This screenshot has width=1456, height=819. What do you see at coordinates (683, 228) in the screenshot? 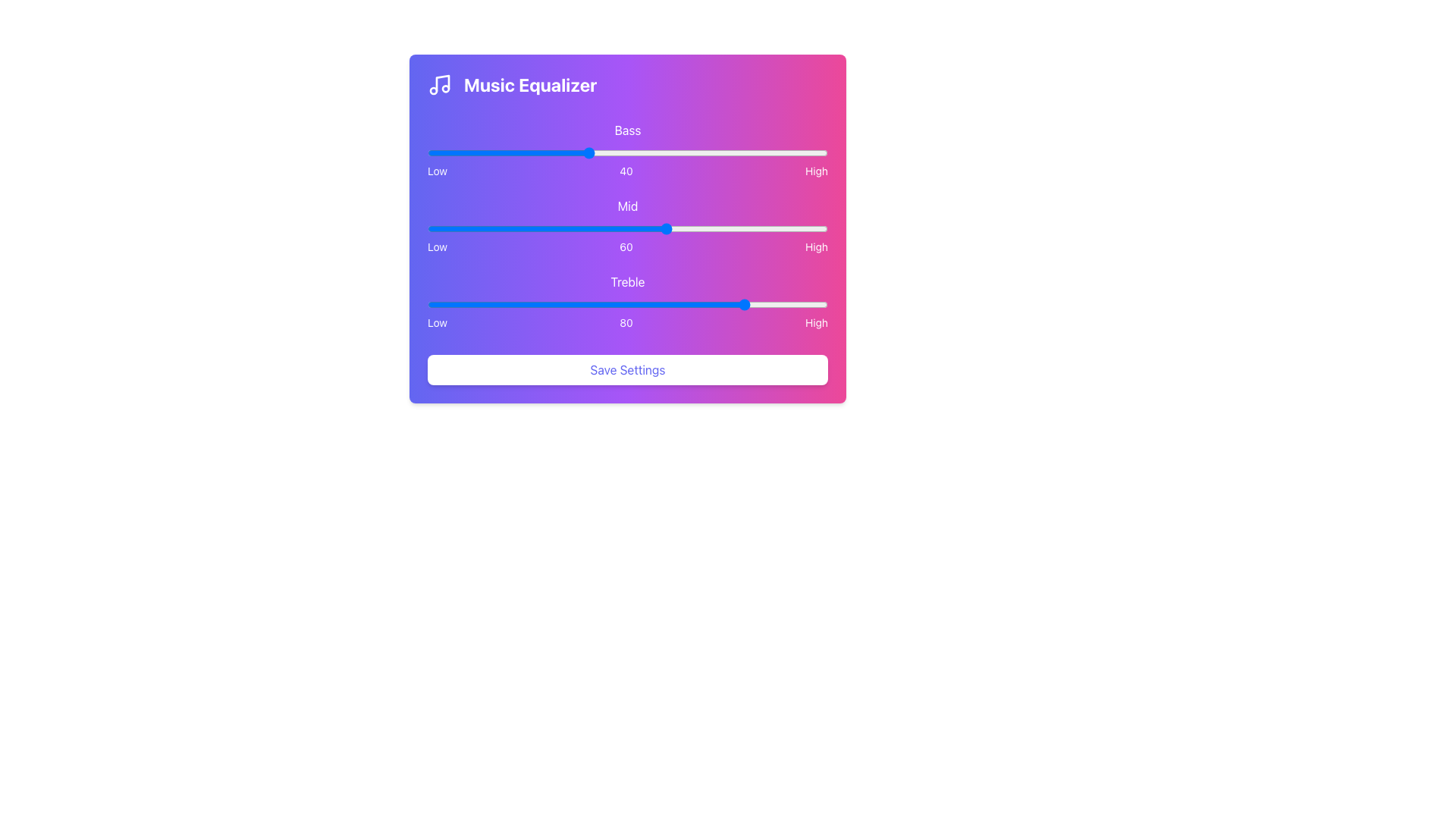
I see `mid-range frequency` at bounding box center [683, 228].